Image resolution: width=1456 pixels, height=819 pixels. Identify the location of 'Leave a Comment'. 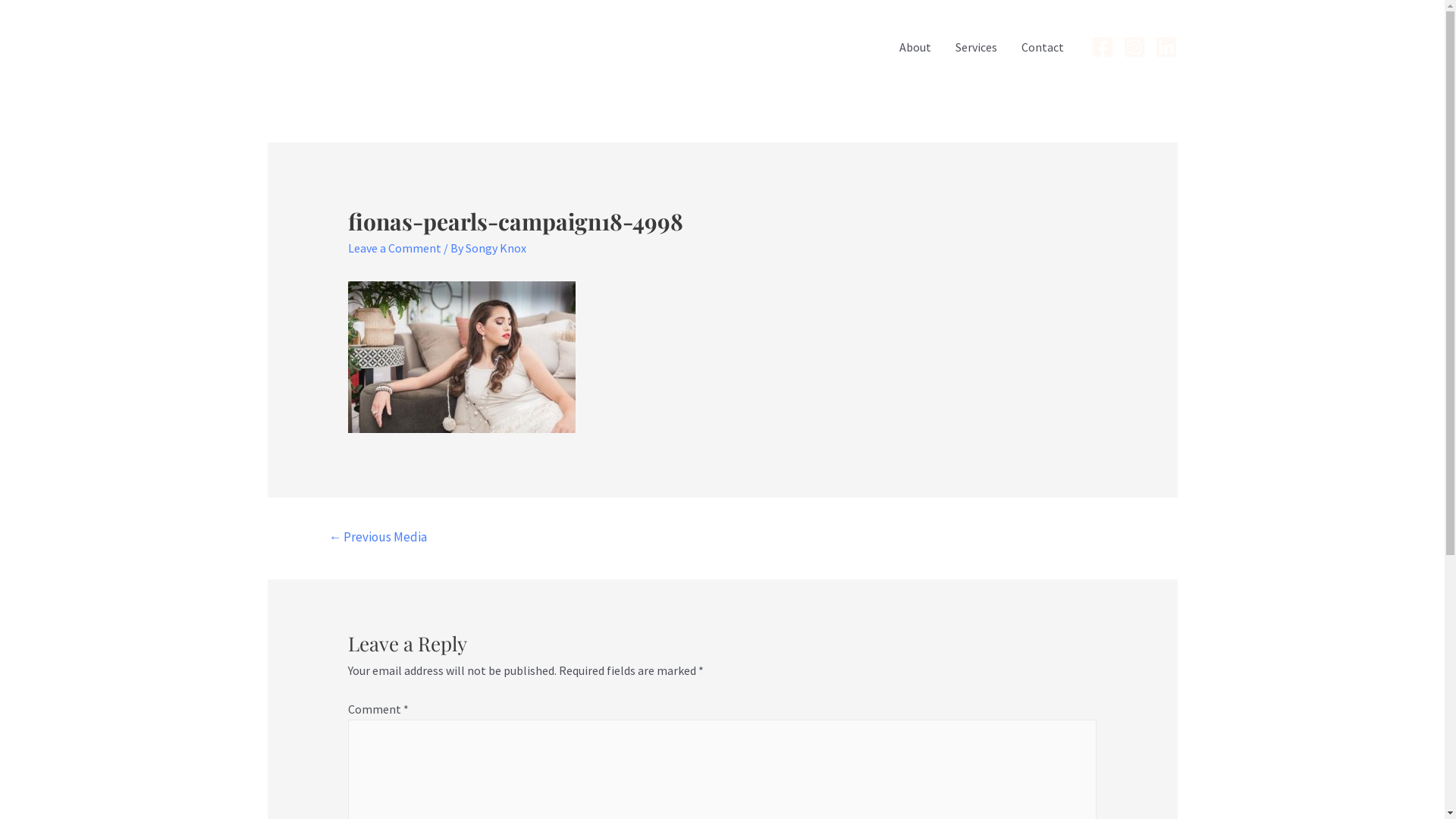
(394, 246).